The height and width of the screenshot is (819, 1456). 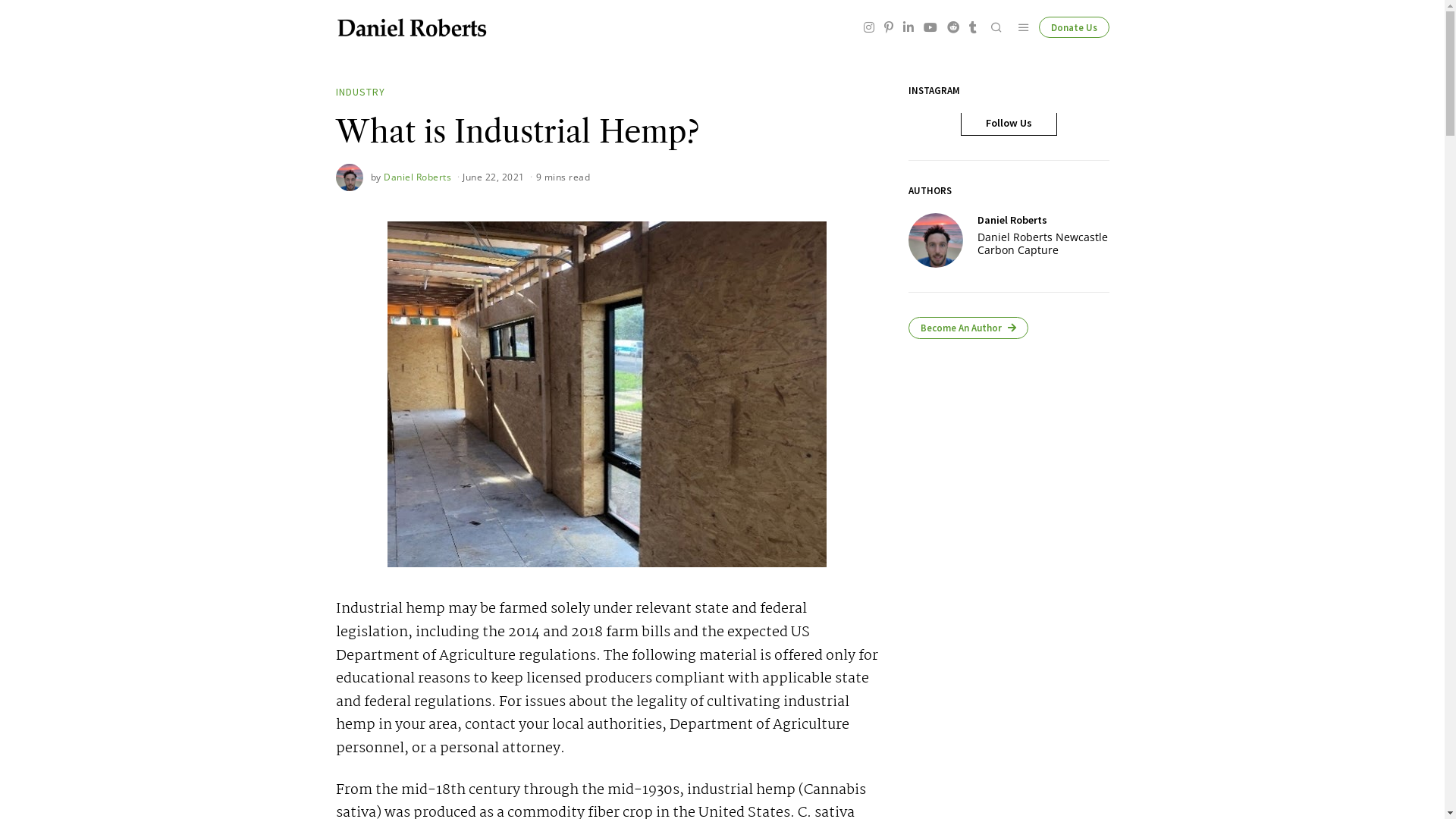 I want to click on 'Daniel Roberts Newcastle Carbon Capture', so click(x=1043, y=243).